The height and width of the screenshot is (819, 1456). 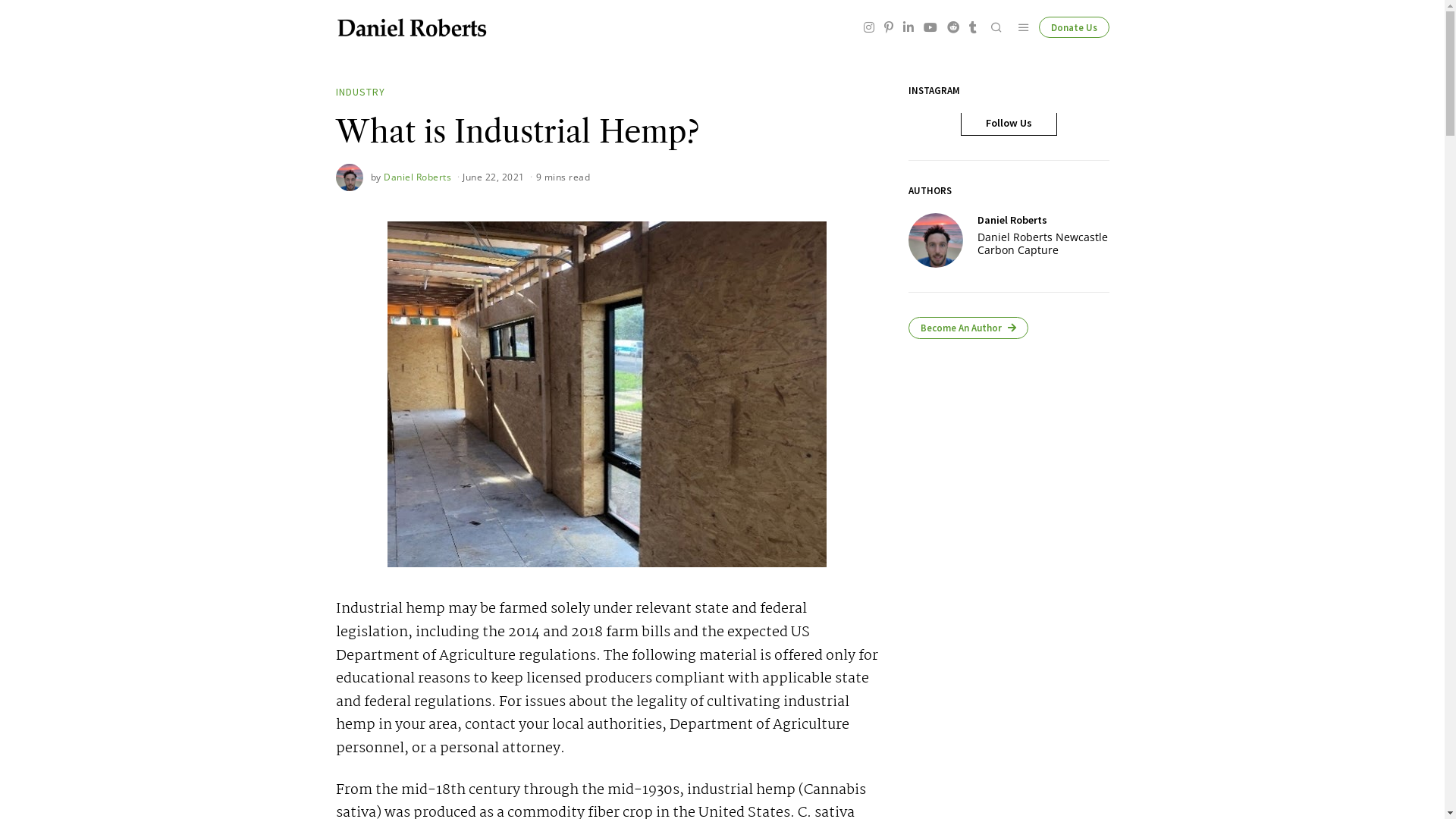 I want to click on 'Daniel Roberts Newcastle Carbon Capture', so click(x=1043, y=243).